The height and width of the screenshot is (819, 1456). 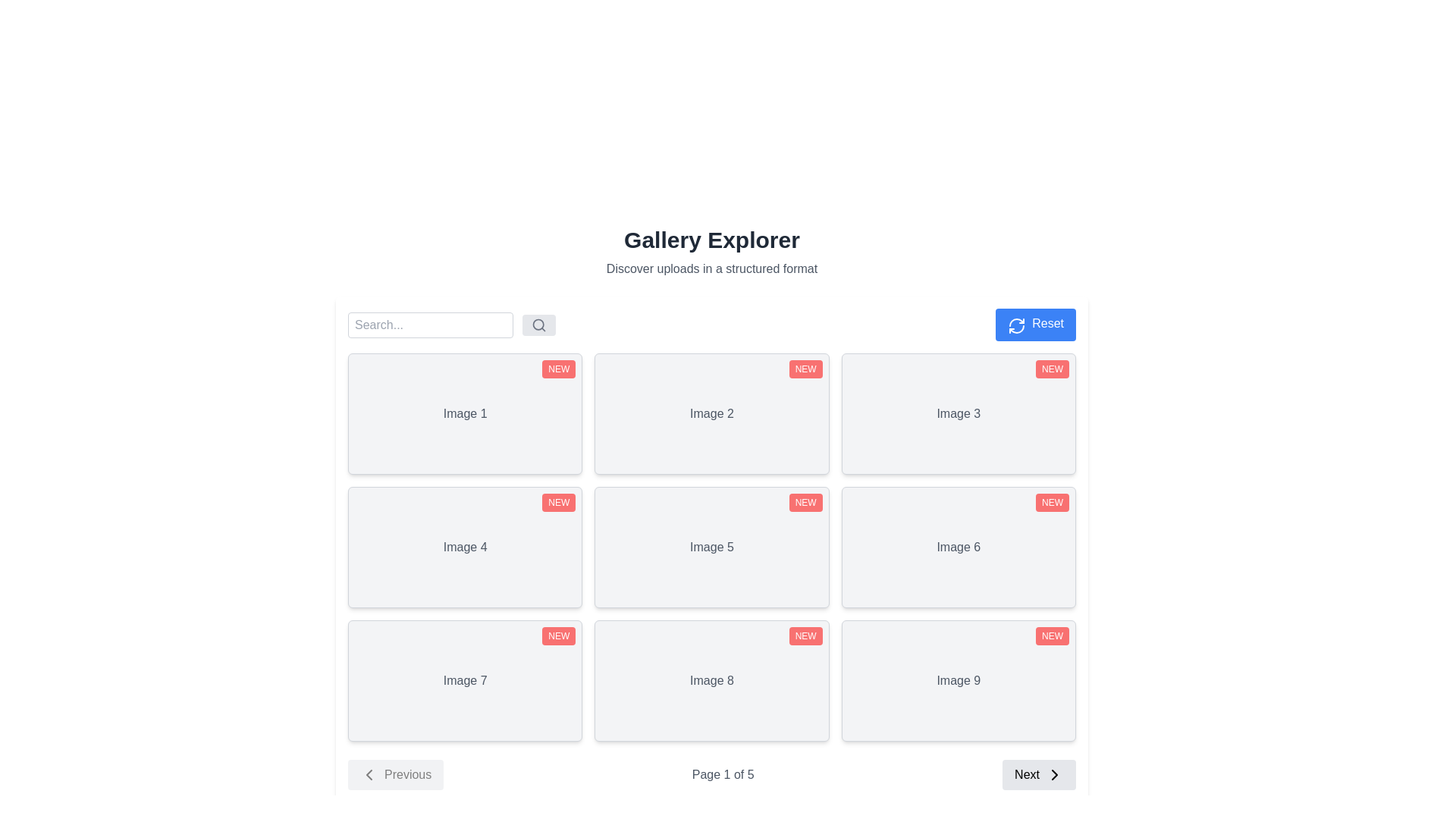 I want to click on the badge labeled 'NEW' with a red background located in the top-right corner of the 'Image 4' card, so click(x=558, y=503).